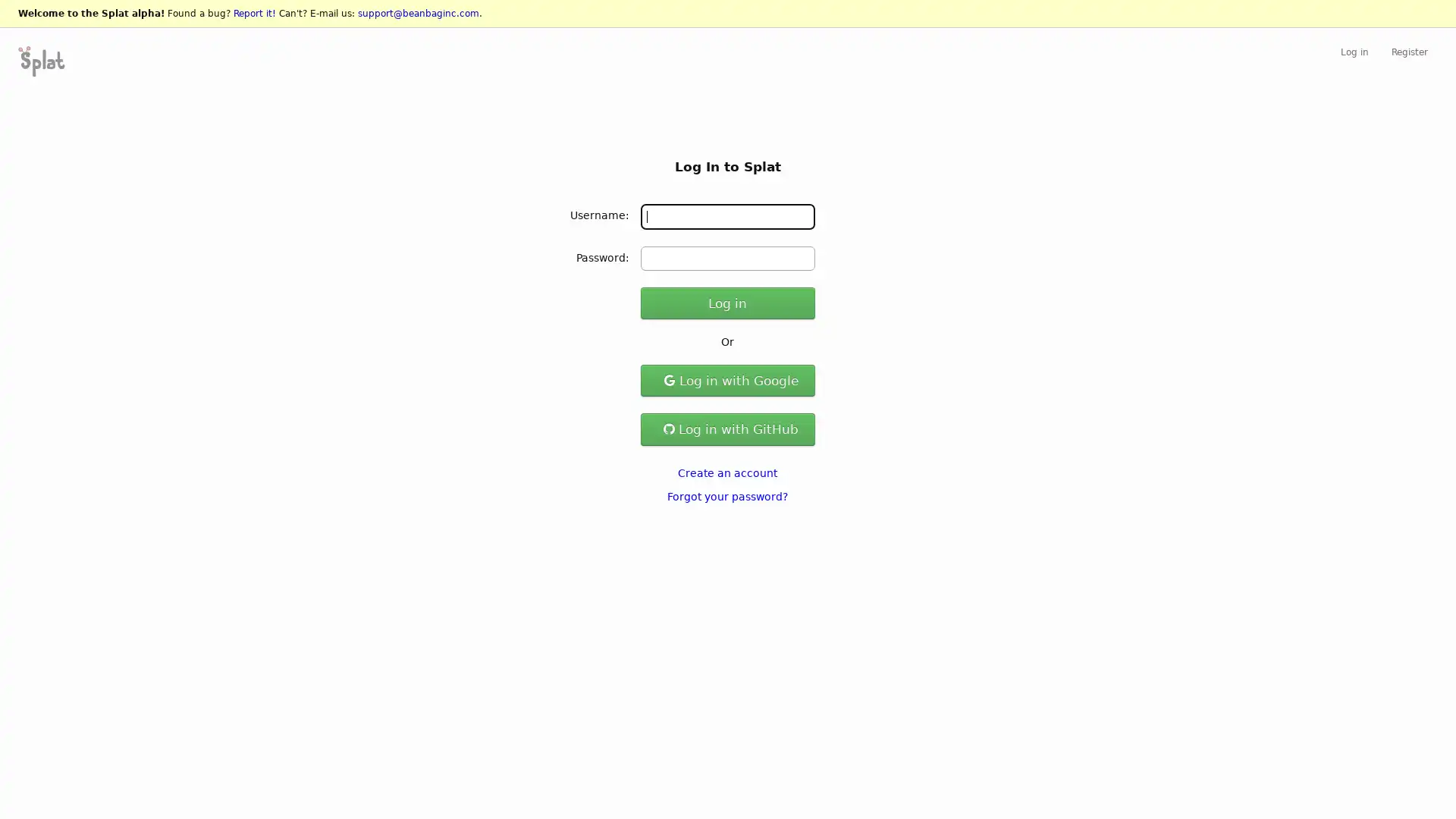 The width and height of the screenshot is (1456, 819). Describe the element at coordinates (726, 303) in the screenshot. I see `Log in` at that location.